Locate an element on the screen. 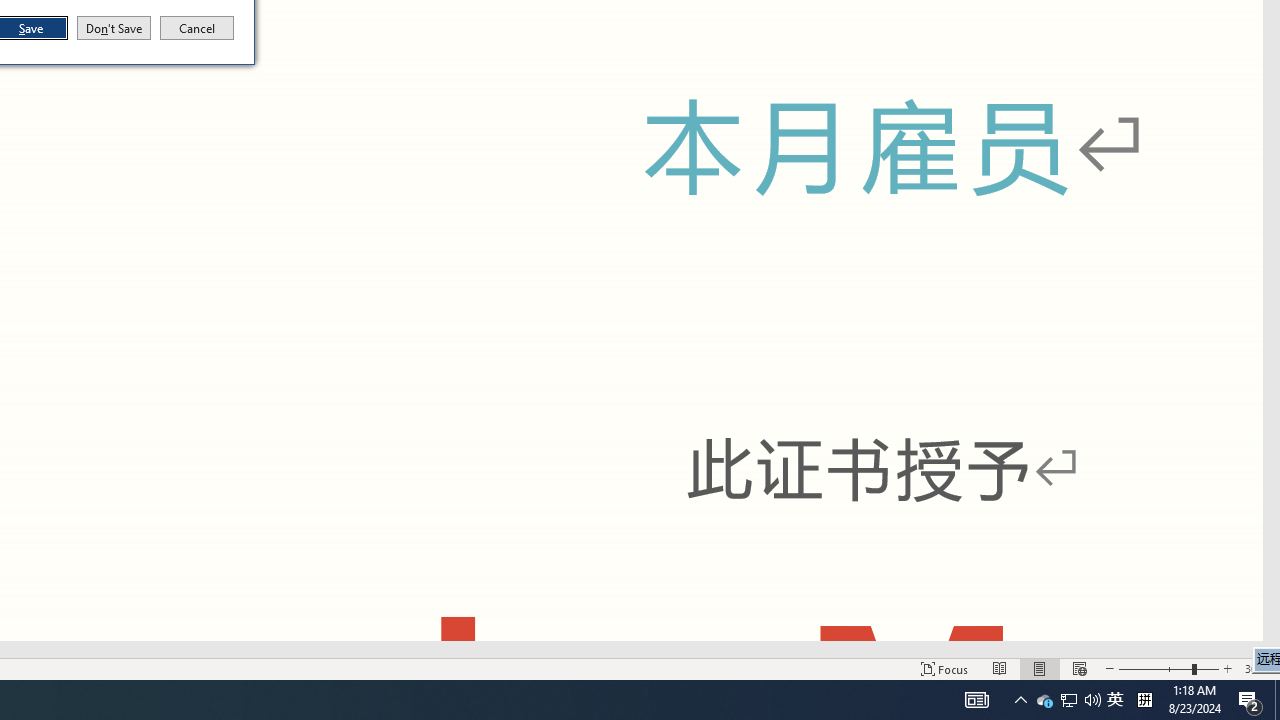 This screenshot has width=1280, height=720. 'Web Layout' is located at coordinates (1078, 669).